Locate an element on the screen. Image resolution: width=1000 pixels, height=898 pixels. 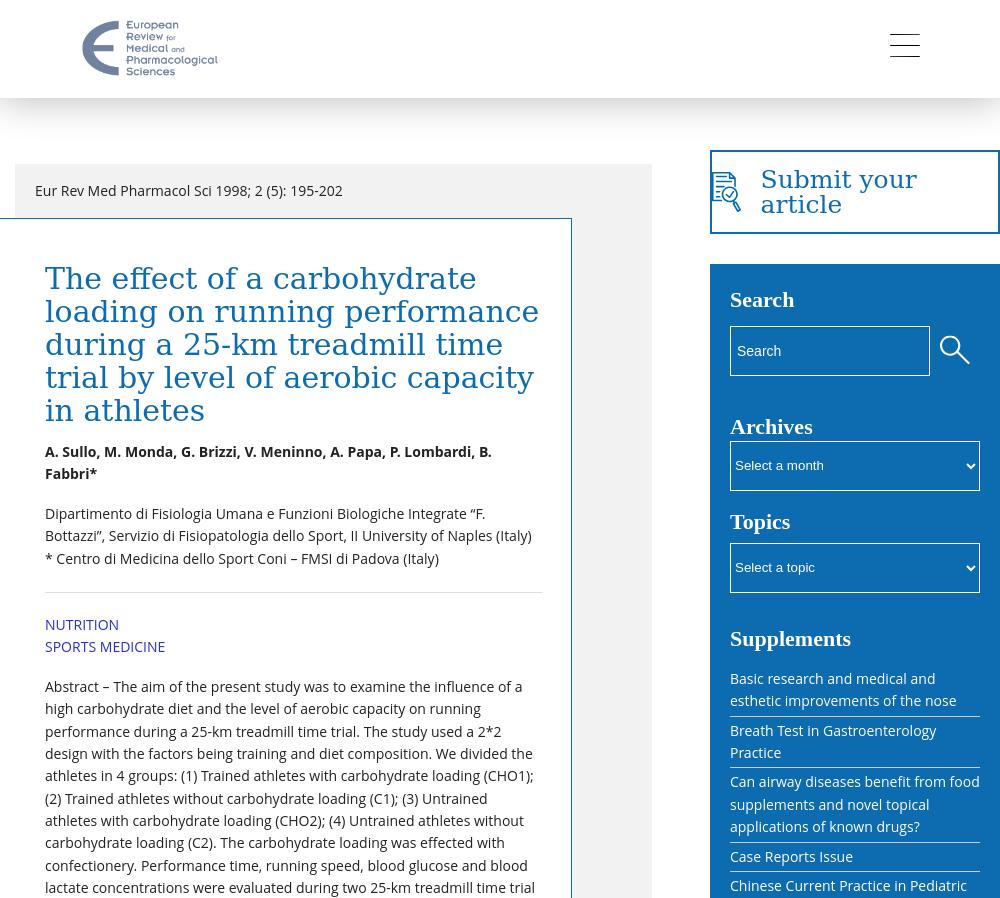
'Supplements' is located at coordinates (790, 636).